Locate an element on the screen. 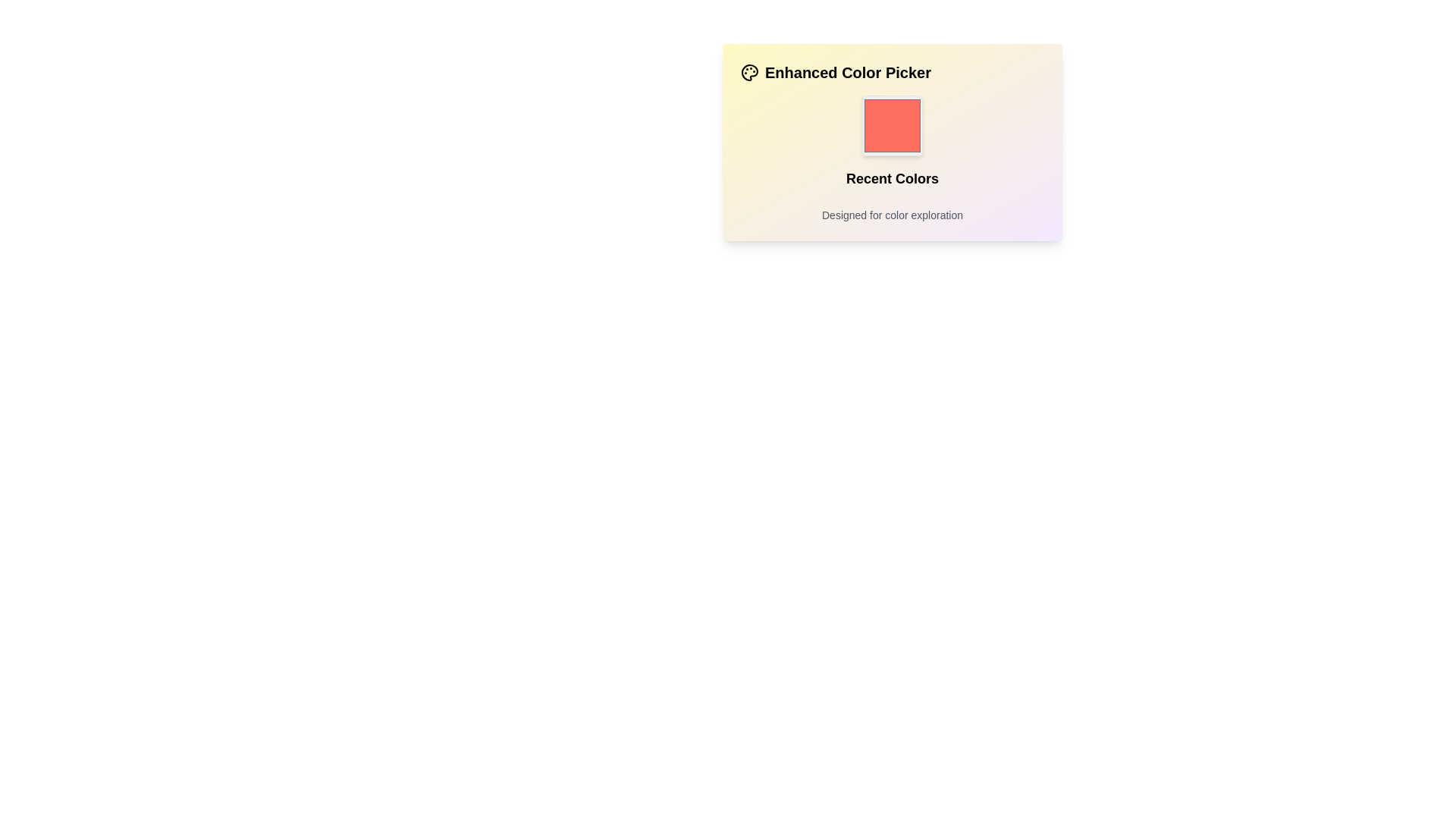 The width and height of the screenshot is (1456, 819). the color selection tile representing red color, located centrally within the 'Enhanced Color Picker' card is located at coordinates (892, 124).